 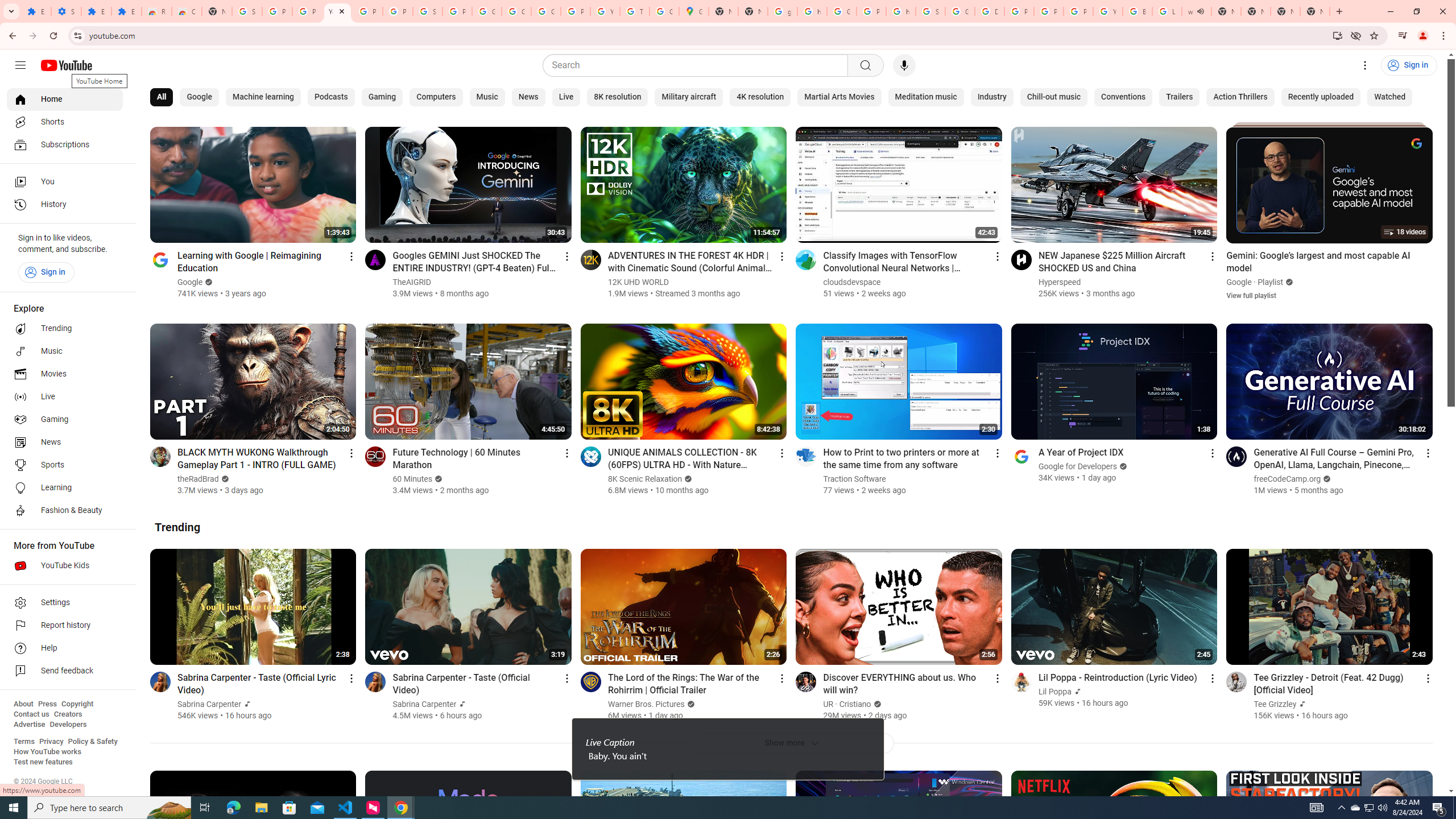 I want to click on '8K Scenic Relaxation', so click(x=644, y=479).